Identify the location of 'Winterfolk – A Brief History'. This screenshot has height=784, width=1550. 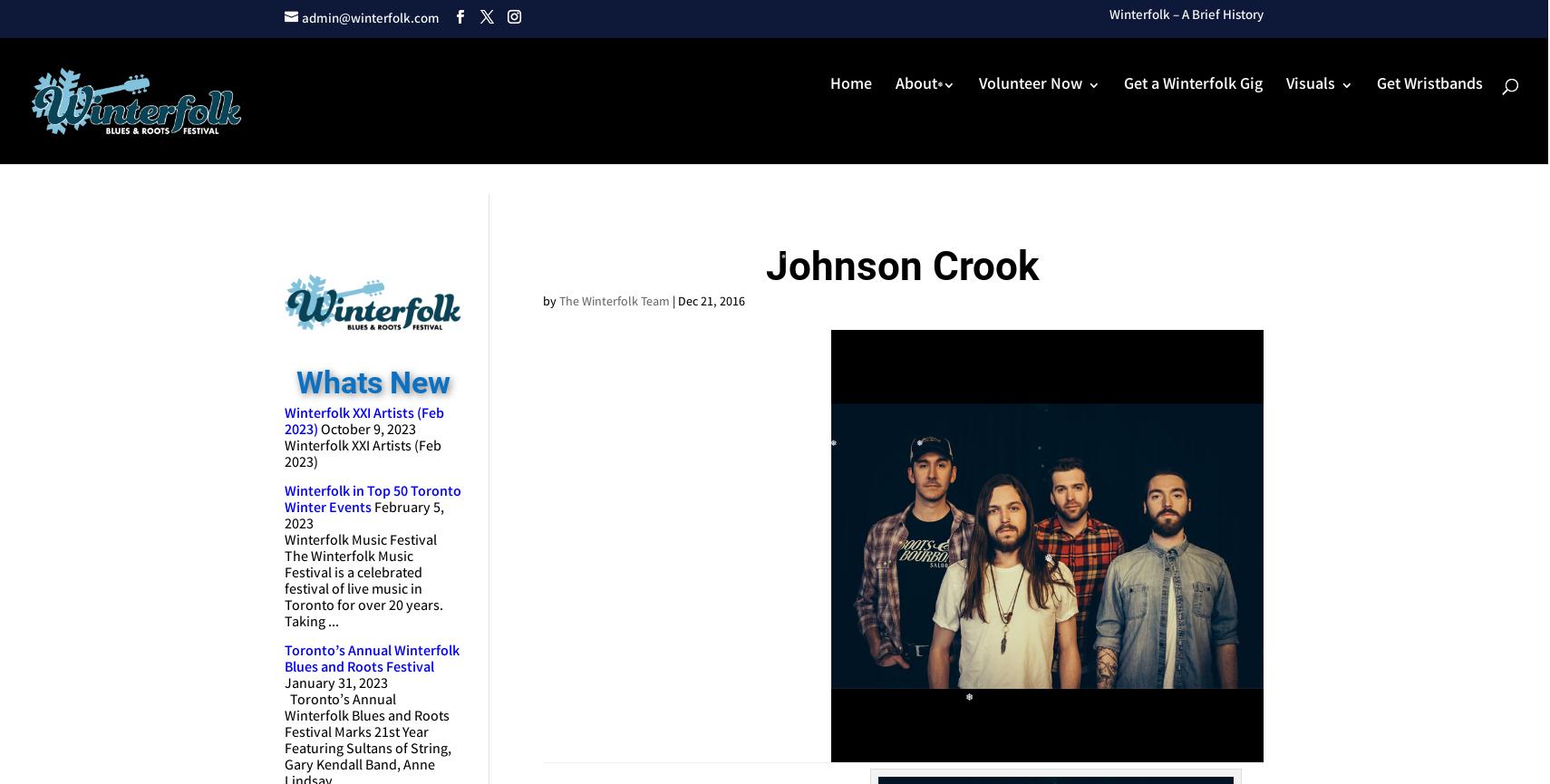
(1187, 15).